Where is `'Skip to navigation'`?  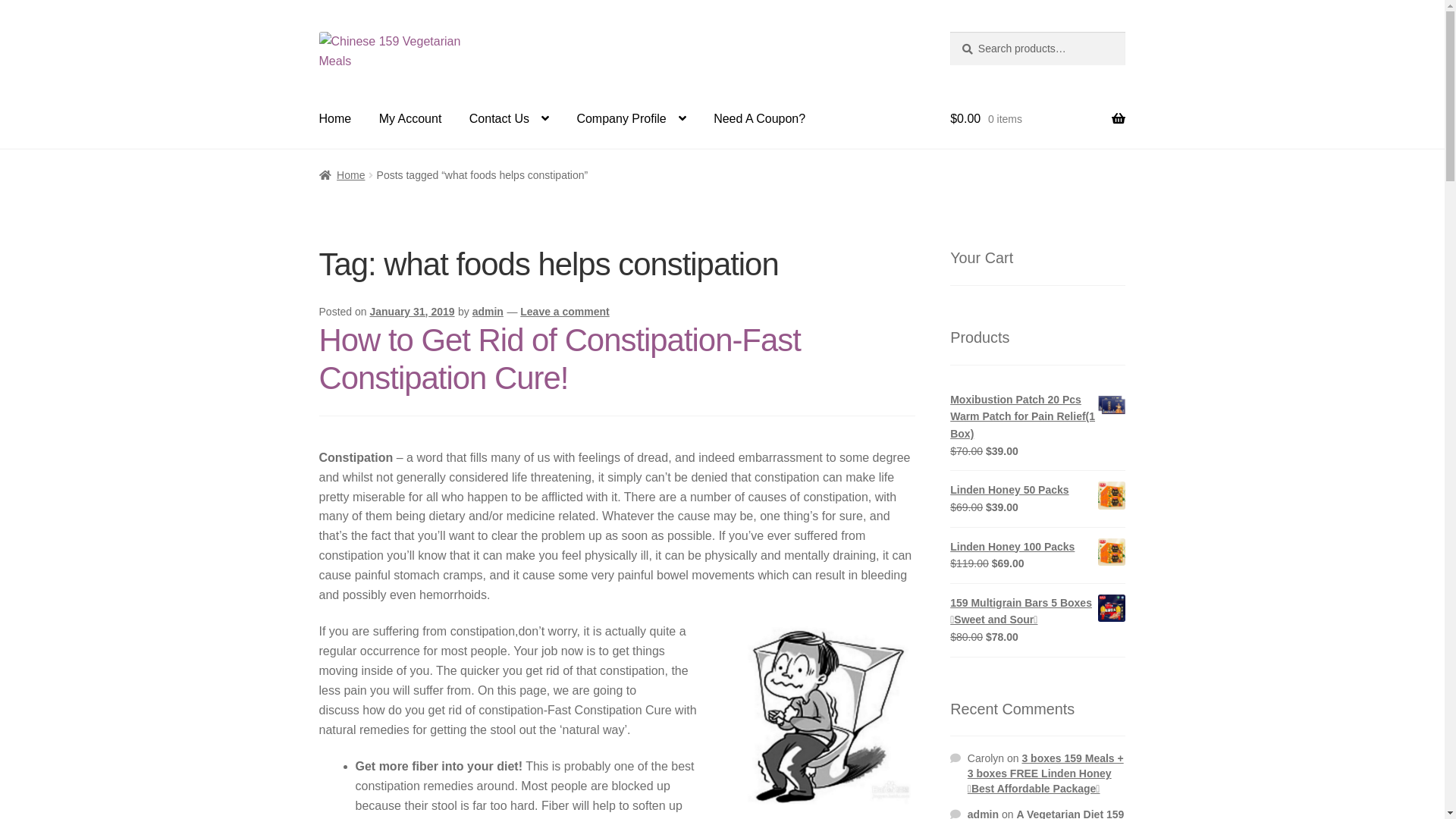 'Skip to navigation' is located at coordinates (318, 31).